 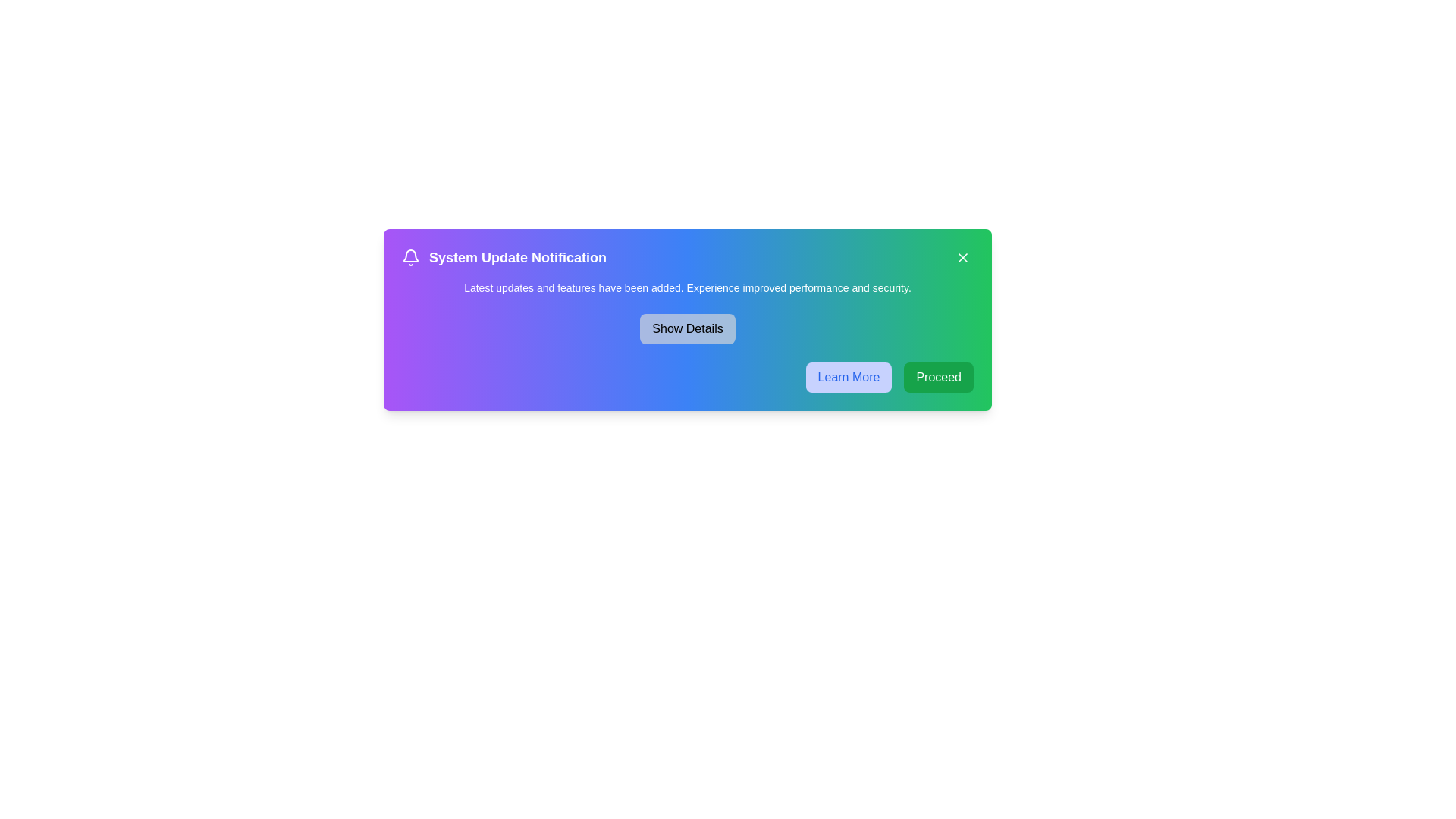 What do you see at coordinates (687, 318) in the screenshot?
I see `displayed message in the Notification dialog box, which contains the title 'System Update Notification' and additional description text` at bounding box center [687, 318].